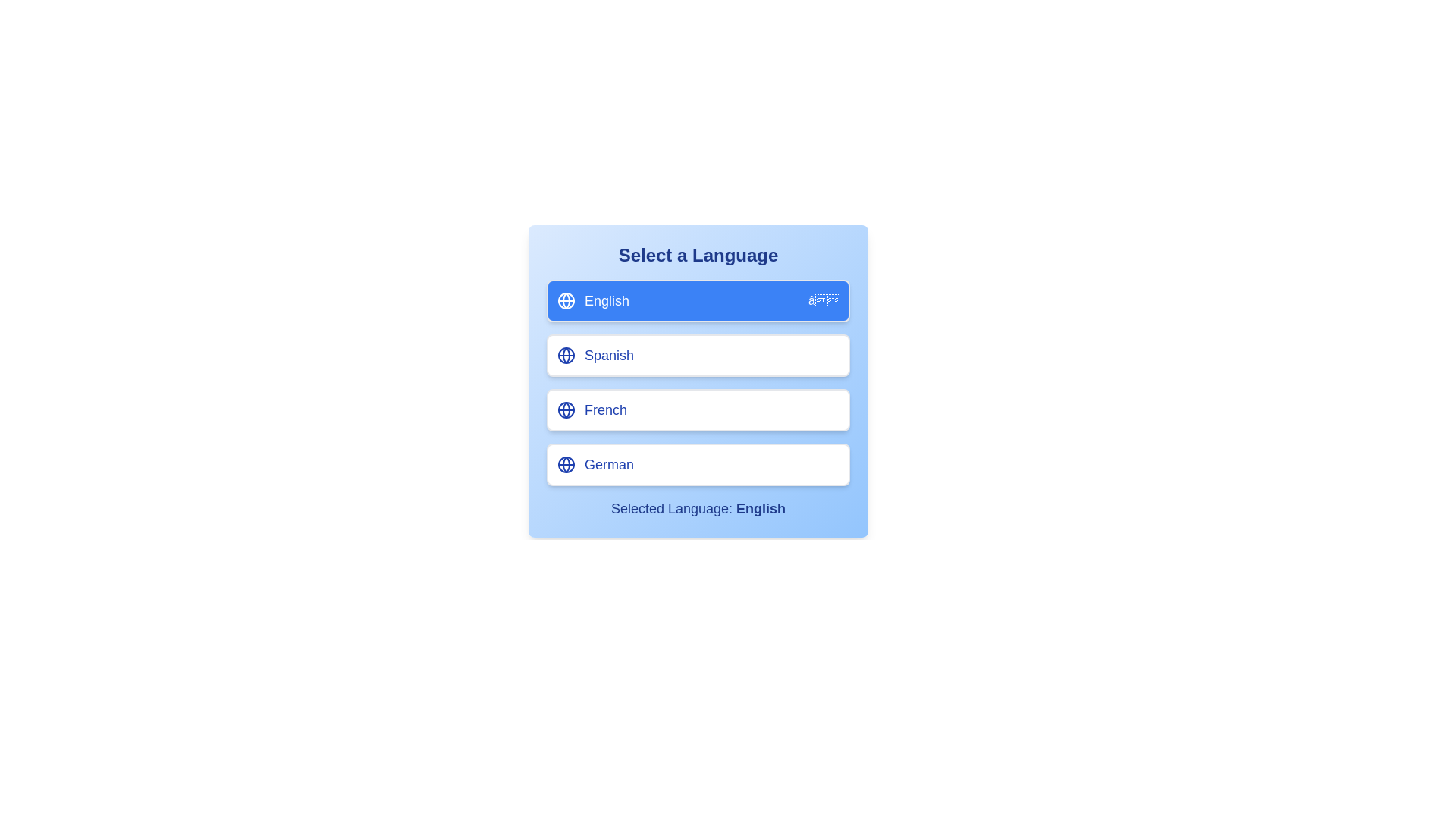 Image resolution: width=1456 pixels, height=819 pixels. What do you see at coordinates (823, 301) in the screenshot?
I see `the checkmark icon on the far right of the 'English' language selection item, which is styled with a white color on a blue background` at bounding box center [823, 301].